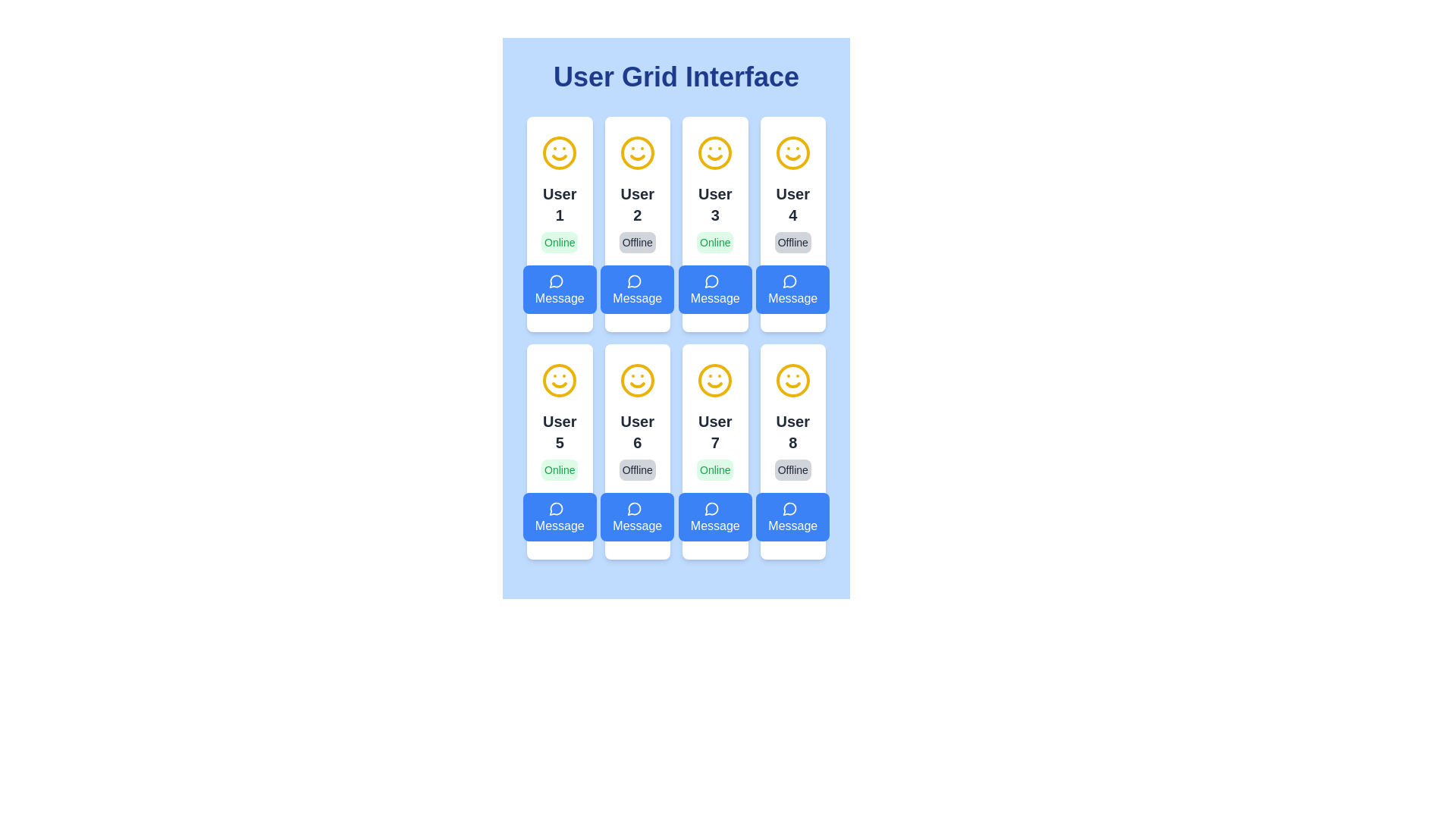 The width and height of the screenshot is (1456, 819). I want to click on the graphical curve depicting a smiling mouth, which is part of a circular icon in the second column of the top row of a grid layout, so click(637, 158).